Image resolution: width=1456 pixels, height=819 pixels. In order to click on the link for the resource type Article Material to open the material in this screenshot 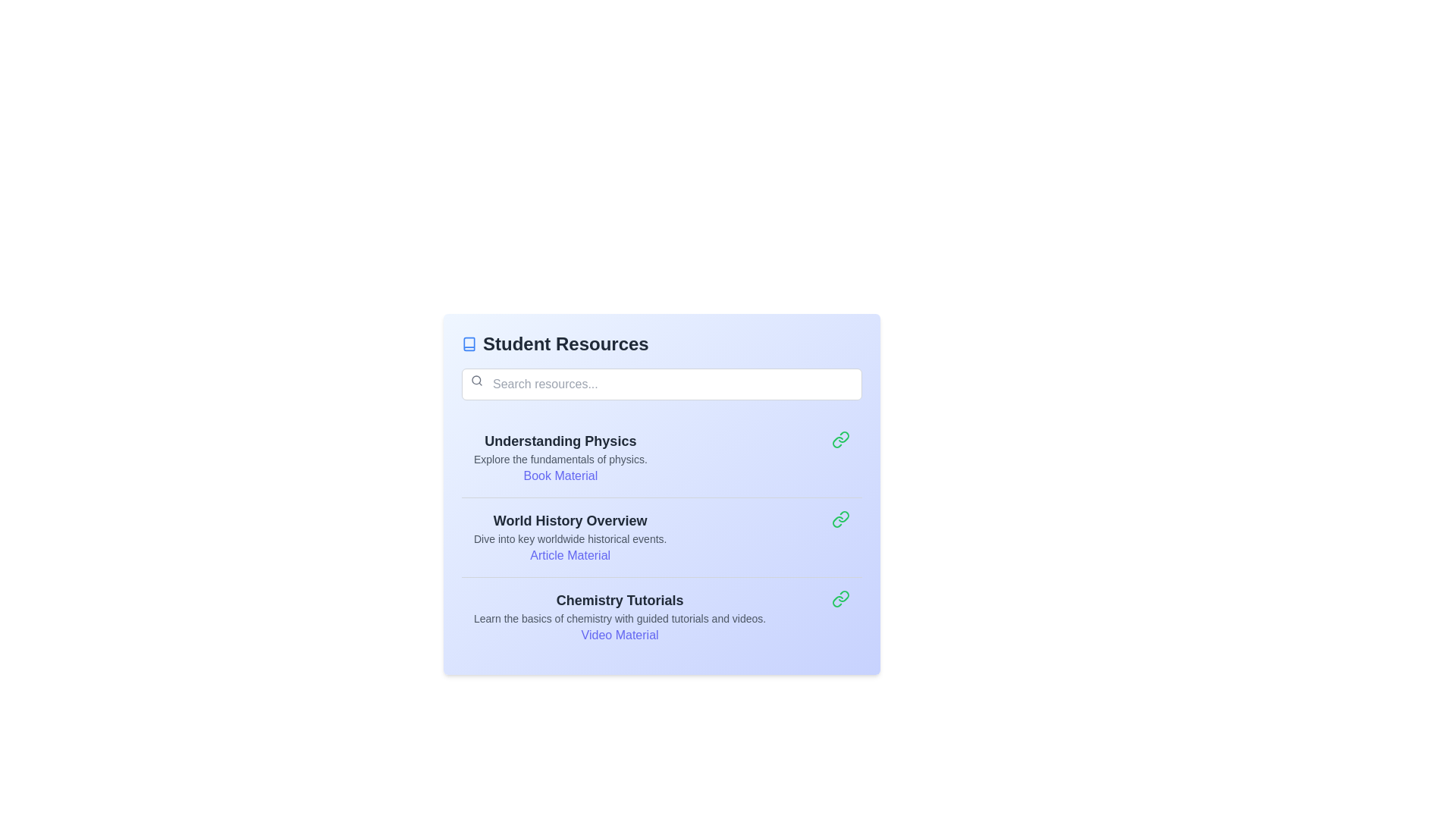, I will do `click(570, 555)`.